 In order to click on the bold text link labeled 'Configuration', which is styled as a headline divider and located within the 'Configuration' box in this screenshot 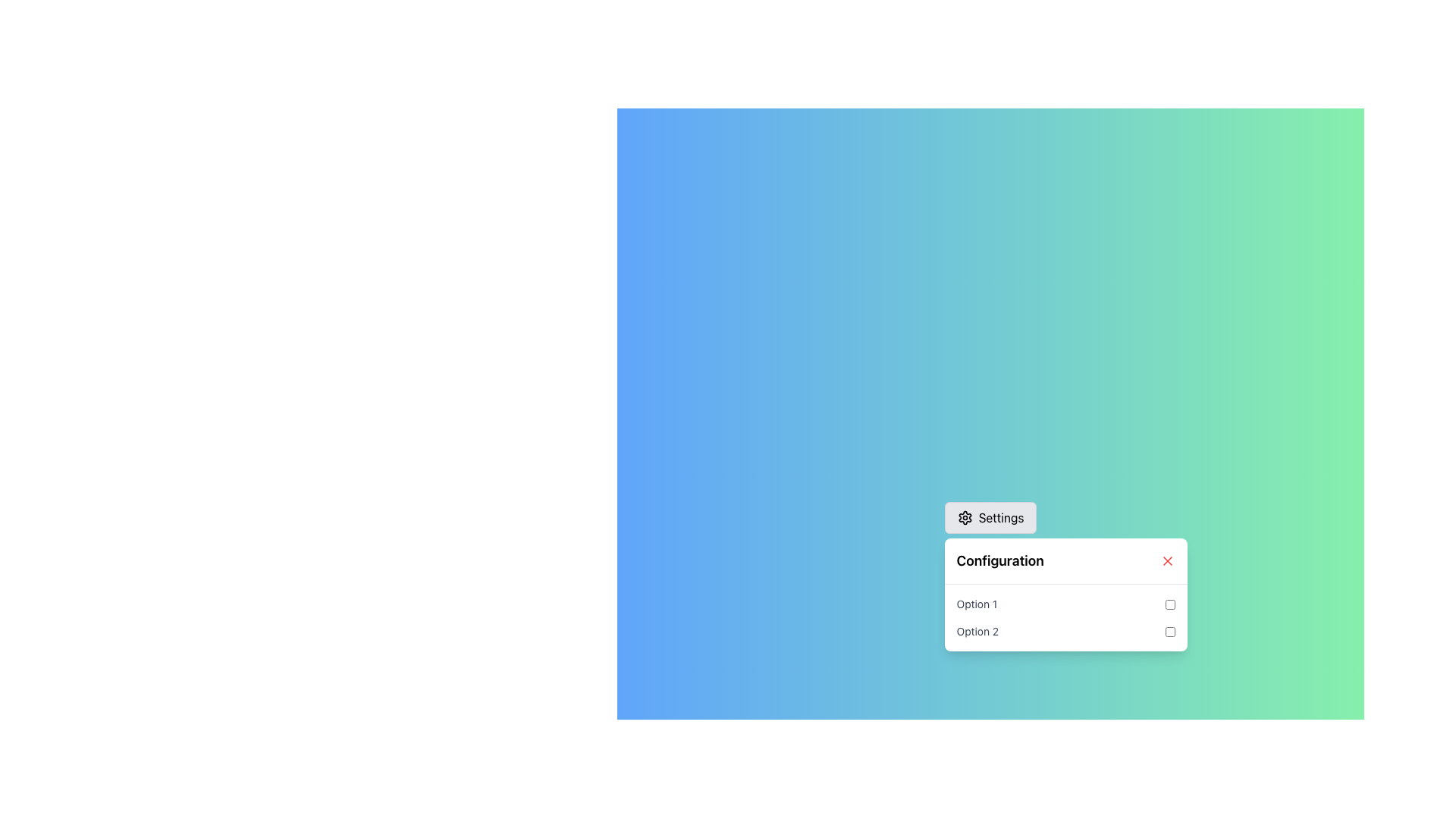, I will do `click(1000, 561)`.